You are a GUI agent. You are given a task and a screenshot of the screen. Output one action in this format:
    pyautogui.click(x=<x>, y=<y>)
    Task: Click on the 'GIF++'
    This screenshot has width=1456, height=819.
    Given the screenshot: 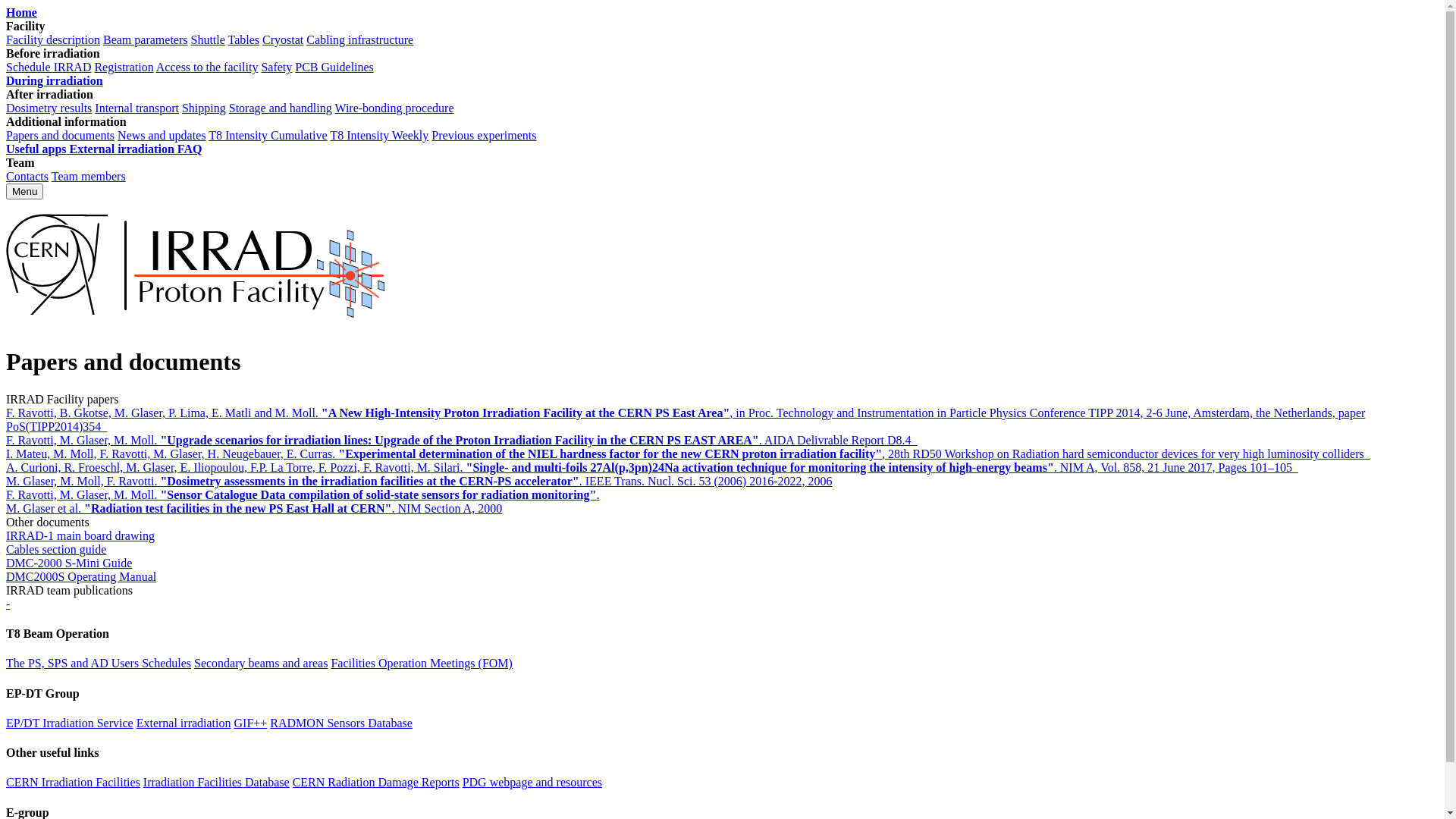 What is the action you would take?
    pyautogui.click(x=250, y=722)
    